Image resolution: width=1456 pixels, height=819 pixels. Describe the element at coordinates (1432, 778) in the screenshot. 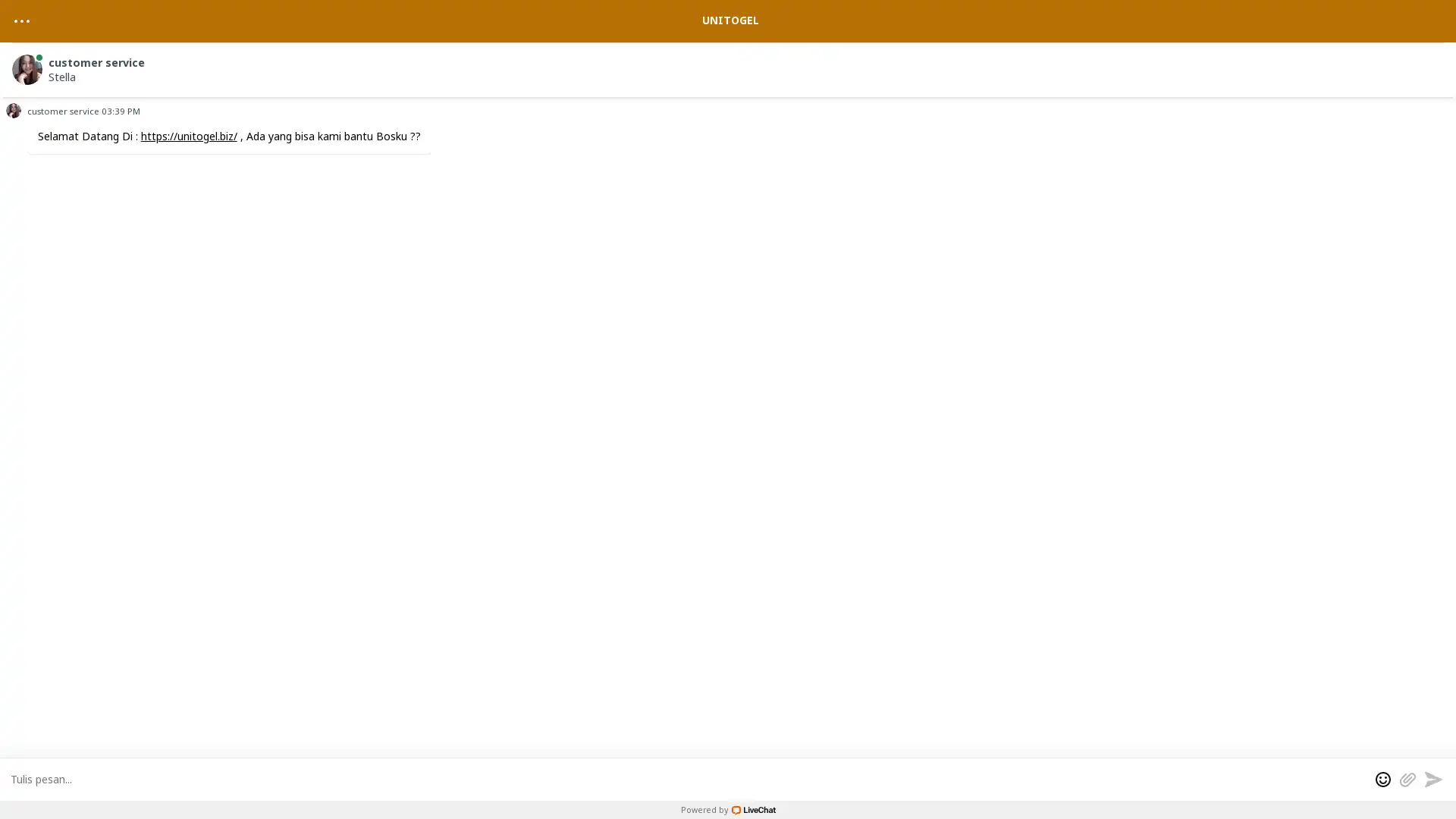

I see `Send a message` at that location.